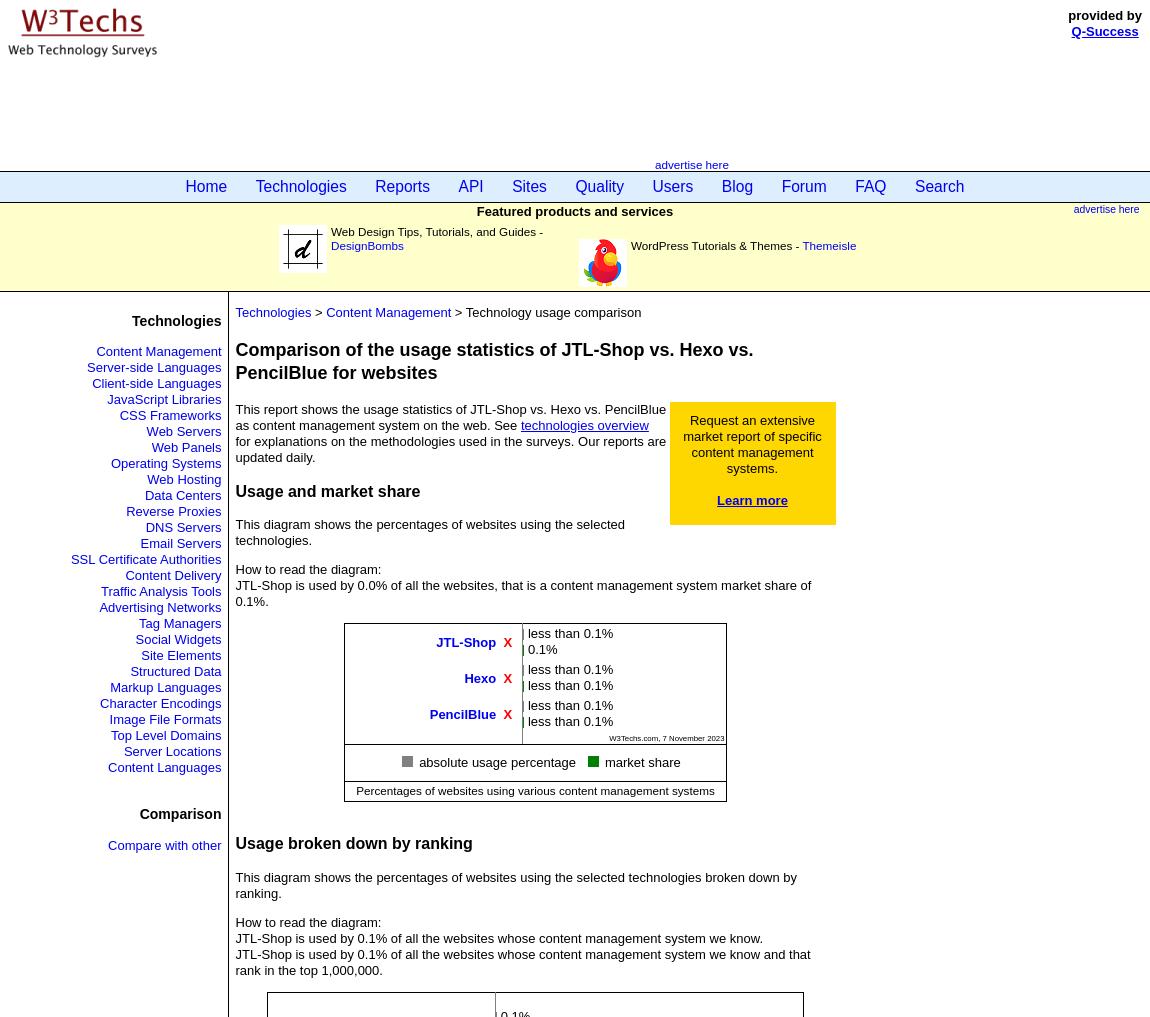 The image size is (1150, 1017). I want to click on 'DNS Servers', so click(181, 527).